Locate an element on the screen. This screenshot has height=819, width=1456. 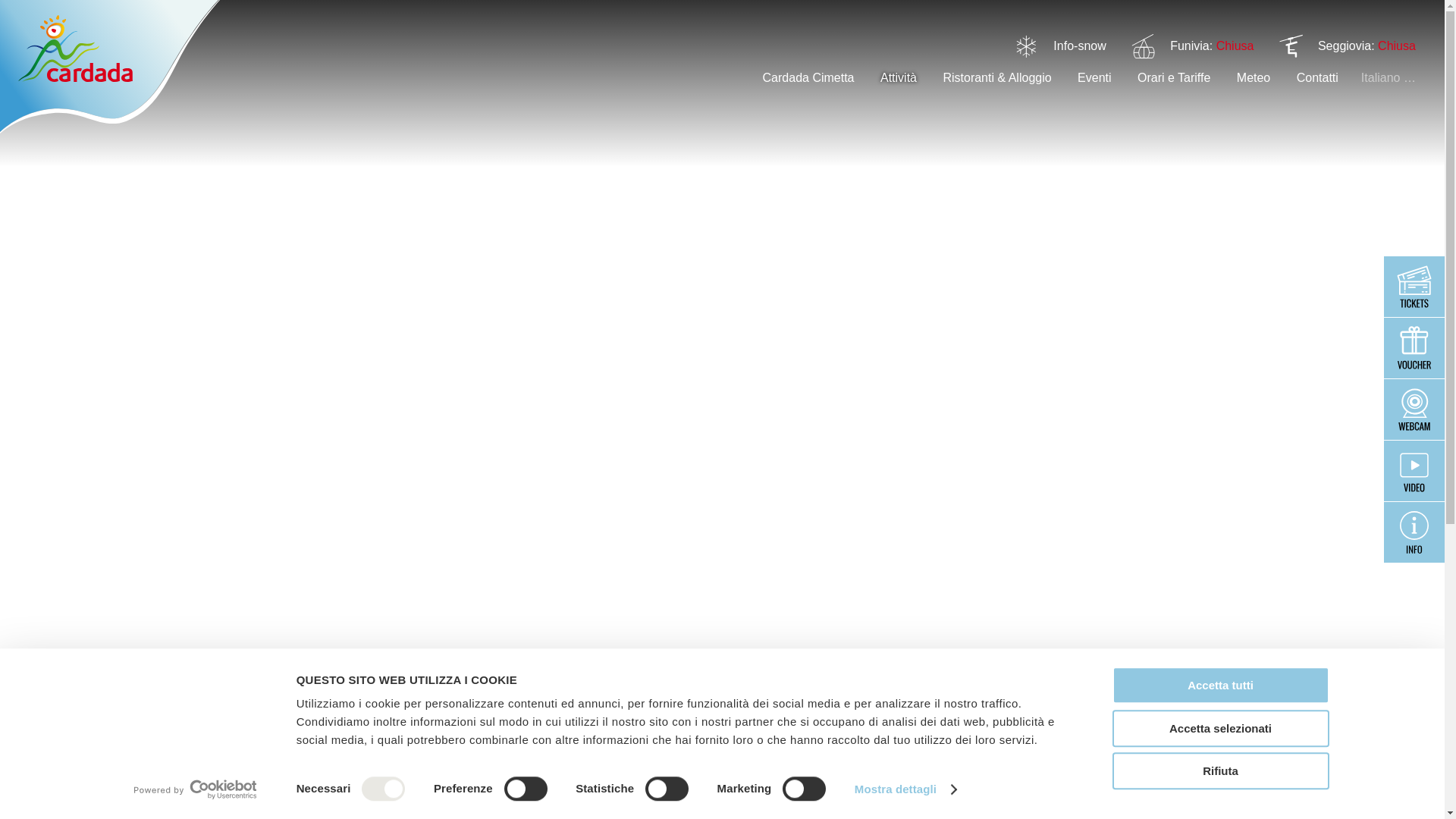
'Eventi' is located at coordinates (1094, 77).